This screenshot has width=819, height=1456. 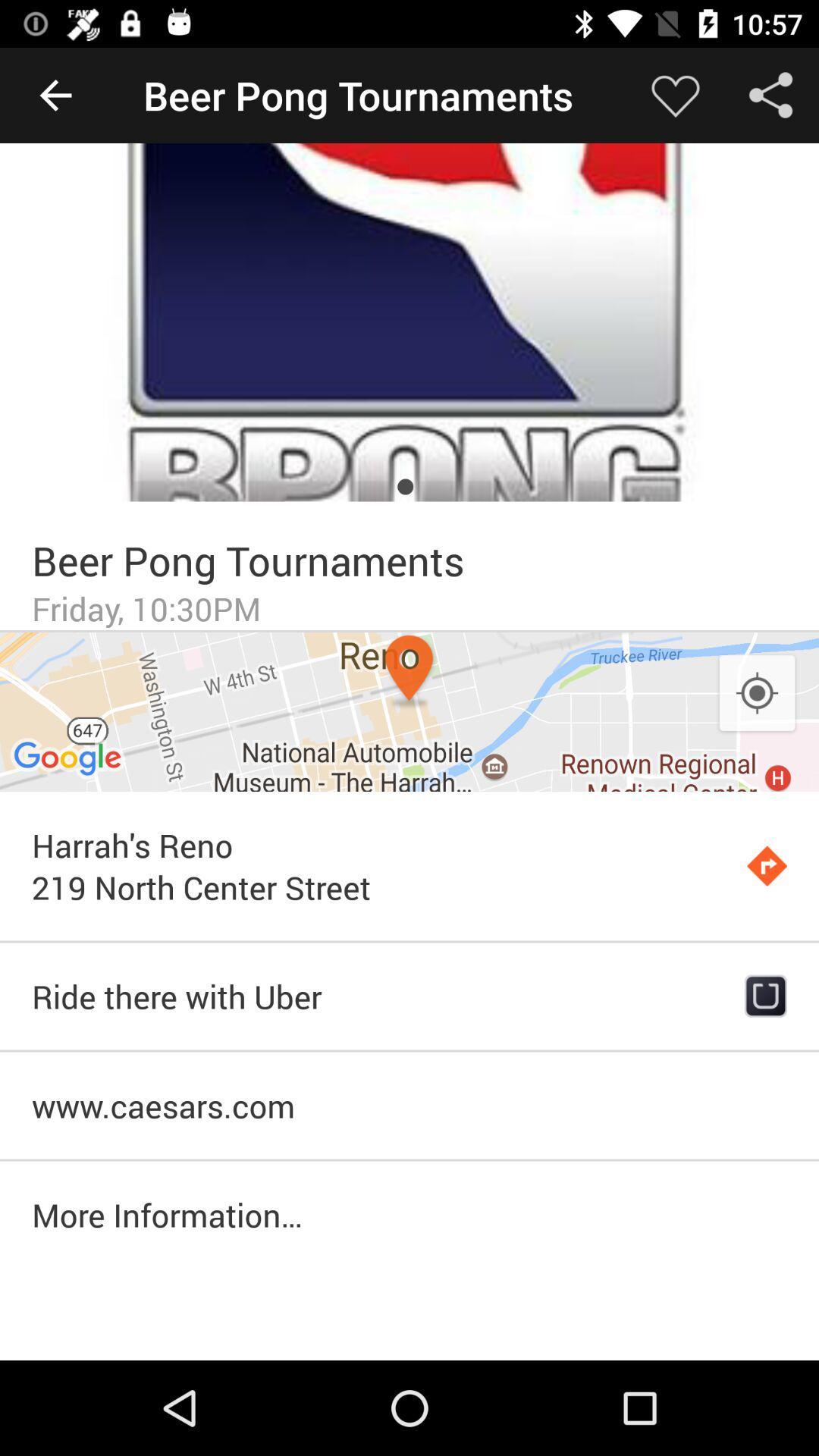 What do you see at coordinates (409, 322) in the screenshot?
I see `item above beer pong tournaments` at bounding box center [409, 322].